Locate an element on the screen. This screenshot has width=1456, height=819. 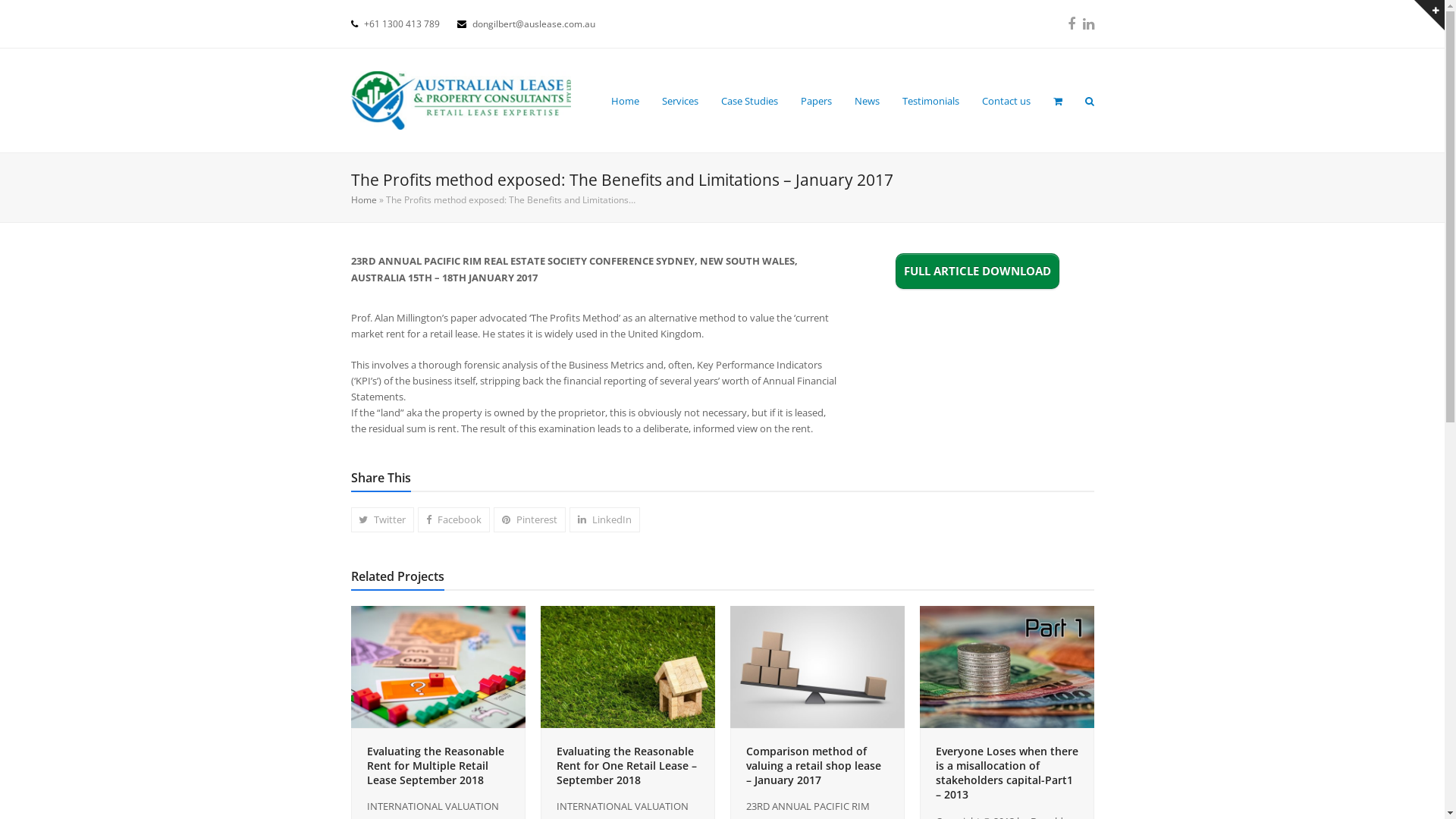
'News' is located at coordinates (867, 100).